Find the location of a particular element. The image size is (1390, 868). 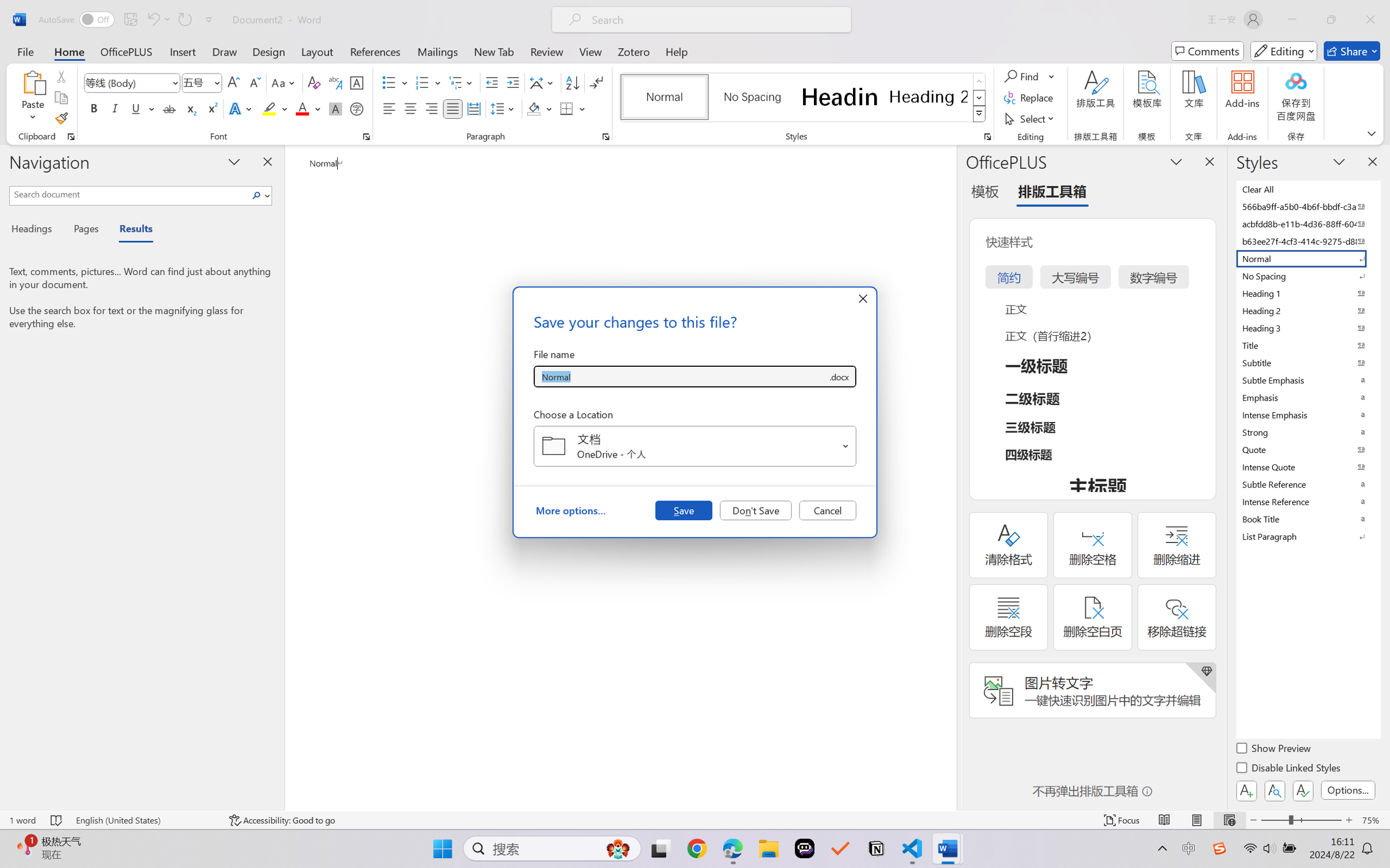

'Google Chrome' is located at coordinates (697, 848).